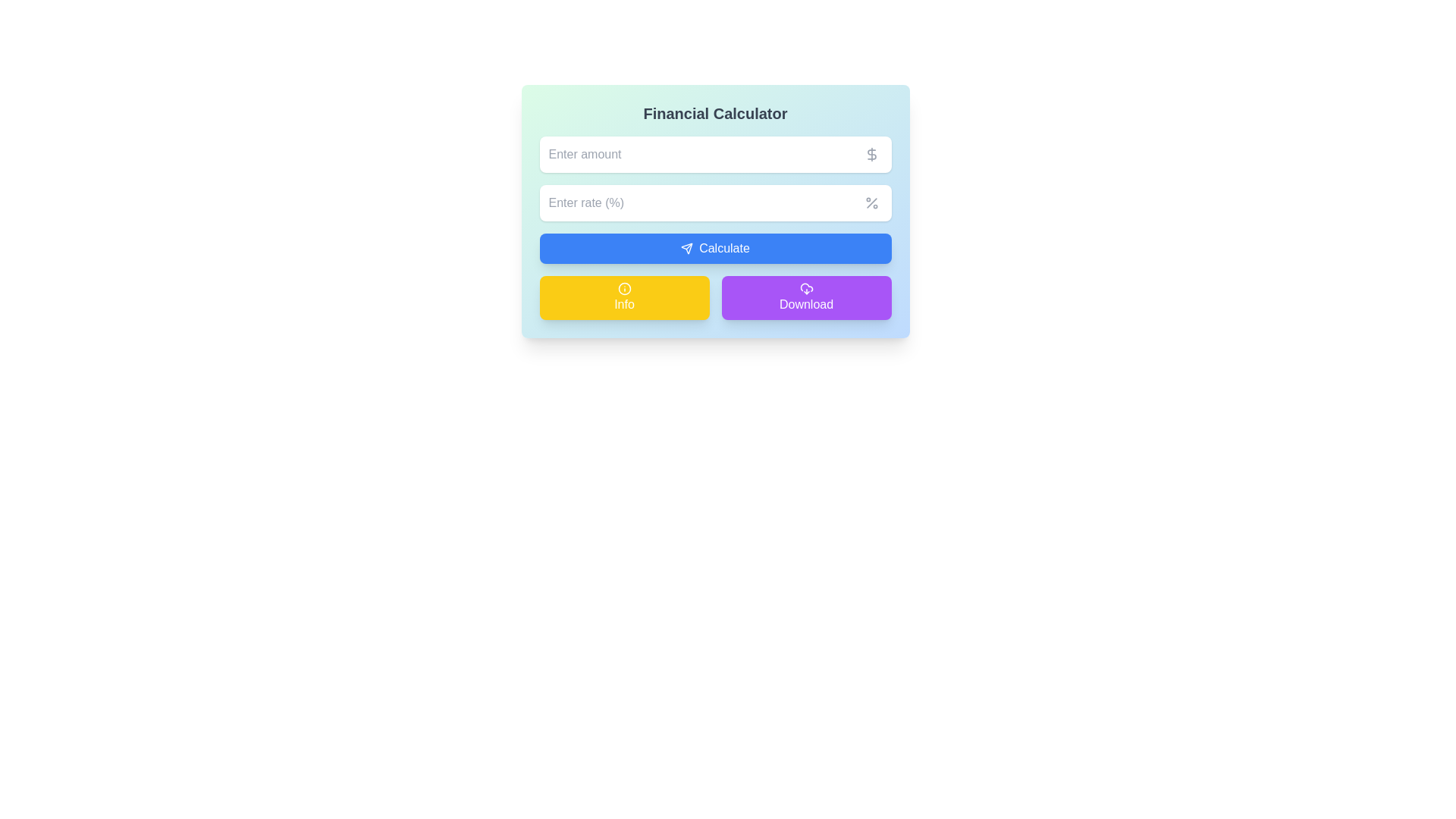  I want to click on the visual representation of the 'information' icon enclosed within a circular shape, which is part of the yellow 'Info' button located at the bottom-left corner of the layout, so click(624, 289).